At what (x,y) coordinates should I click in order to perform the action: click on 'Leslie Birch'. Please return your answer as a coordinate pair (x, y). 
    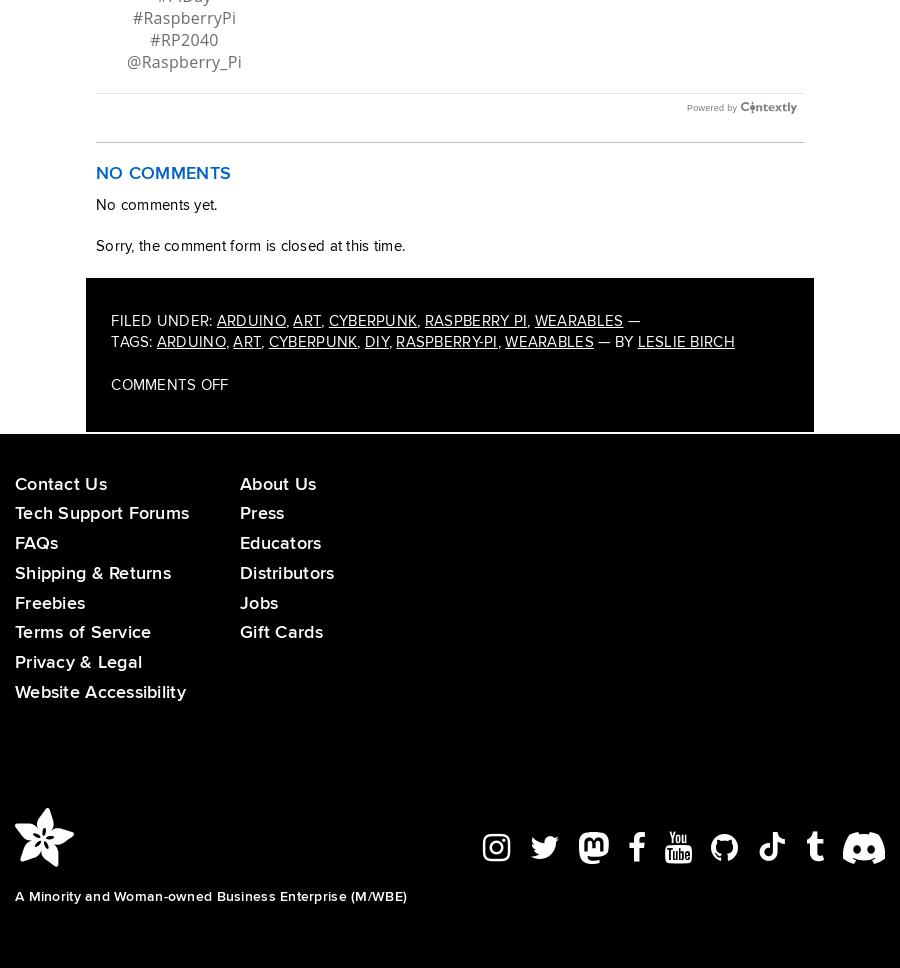
    Looking at the image, I should click on (684, 363).